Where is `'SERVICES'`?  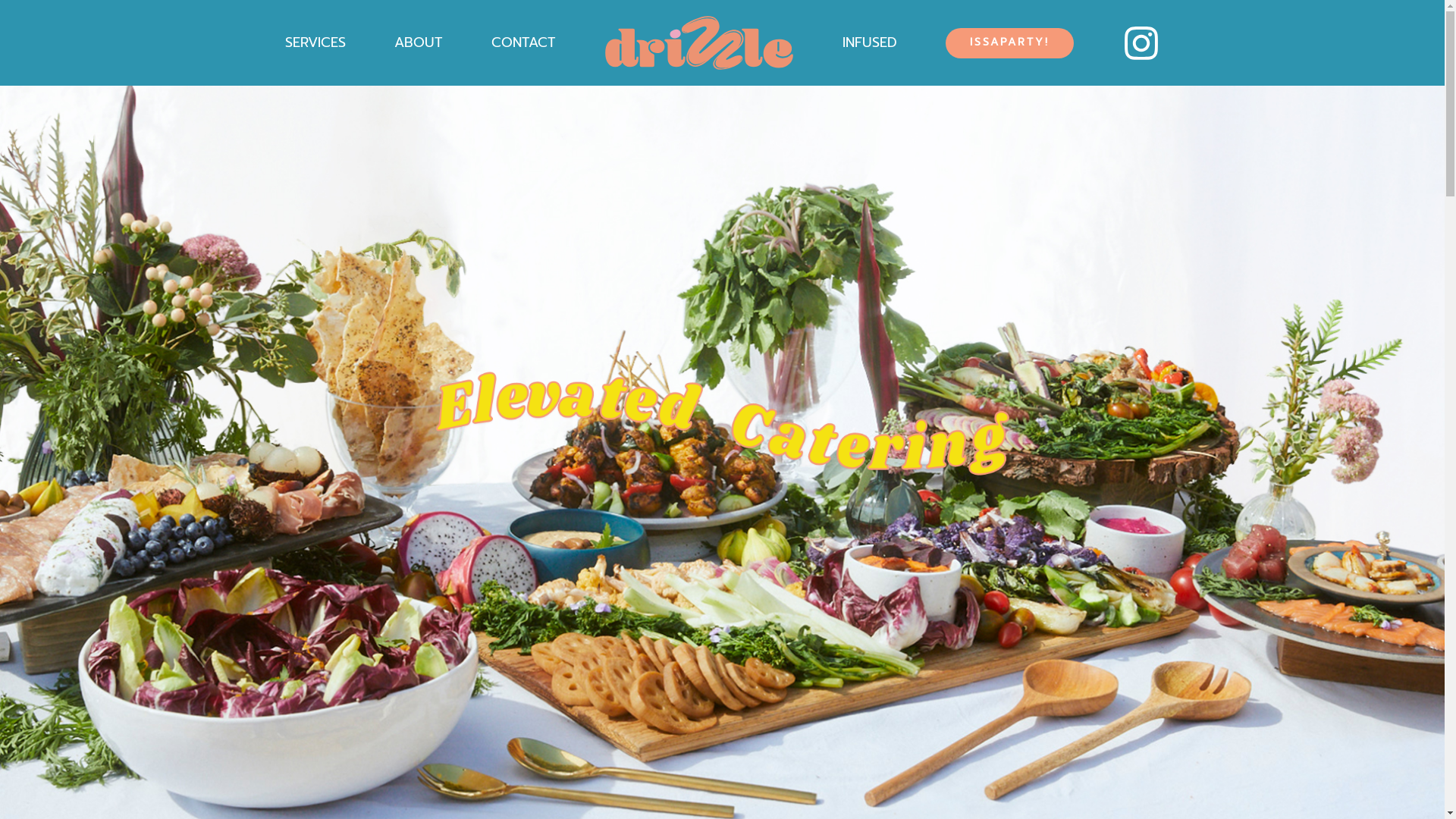
'SERVICES' is located at coordinates (315, 42).